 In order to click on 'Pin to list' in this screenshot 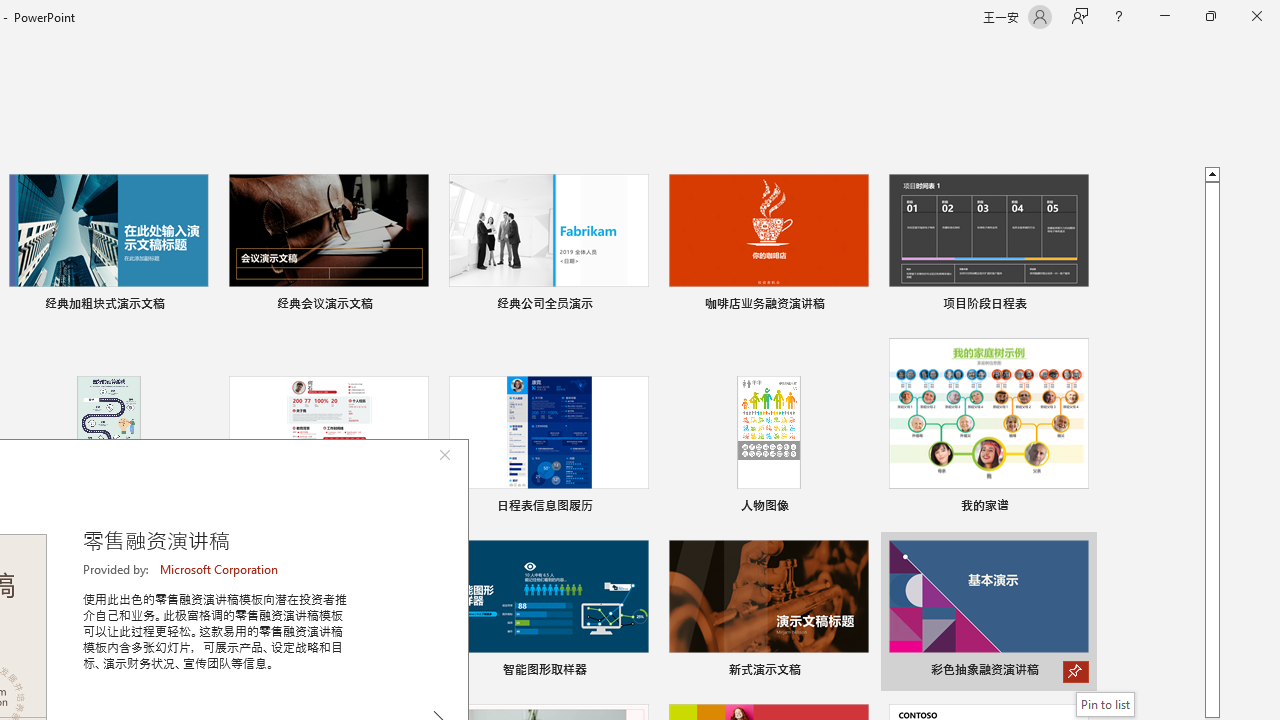, I will do `click(1104, 703)`.